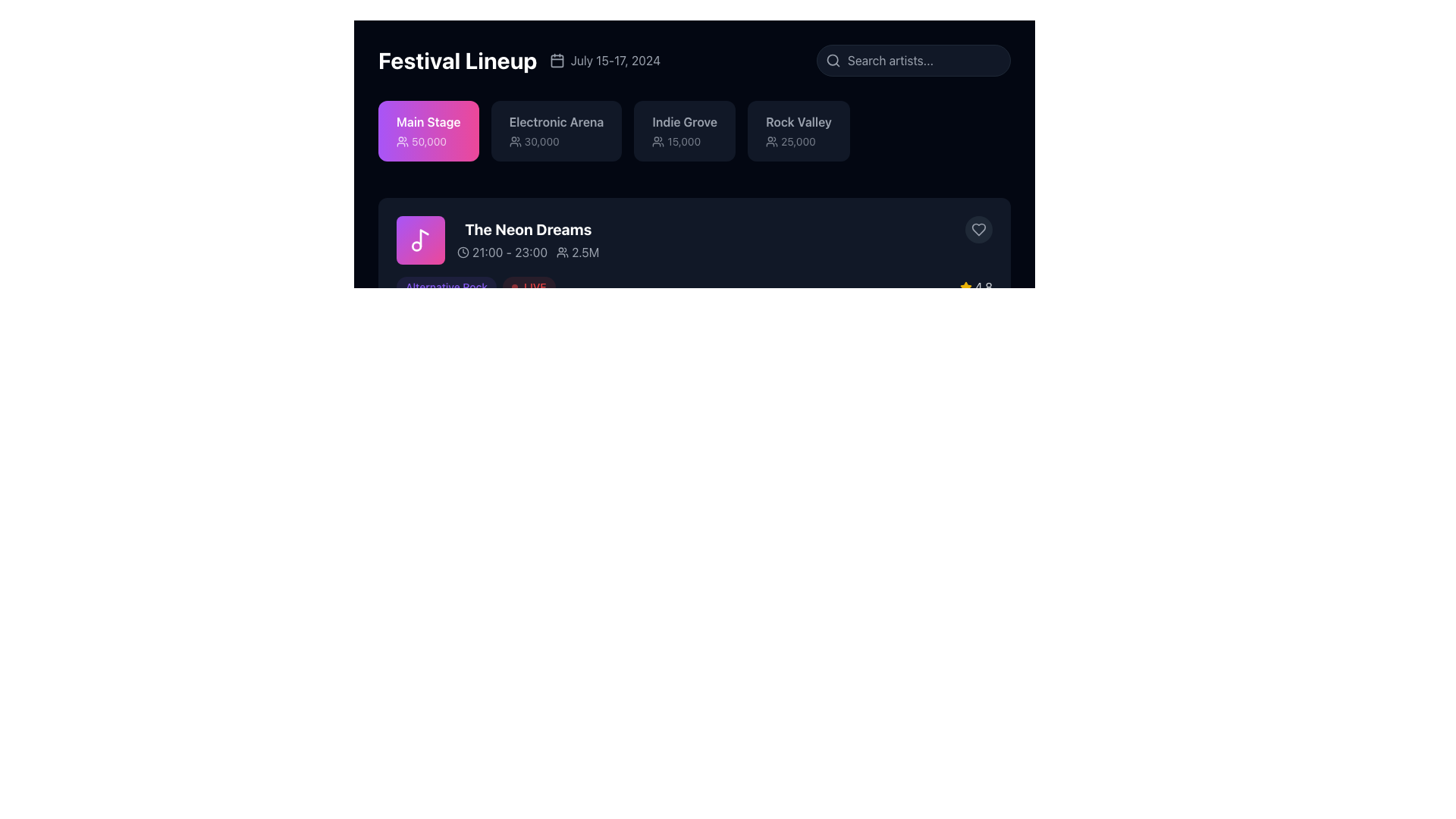 This screenshot has height=819, width=1456. What do you see at coordinates (446, 287) in the screenshot?
I see `the text label displaying 'Alternative Rock' with a light purple background located in the lower-left section of the card for 'The Neon Dreams' event` at bounding box center [446, 287].